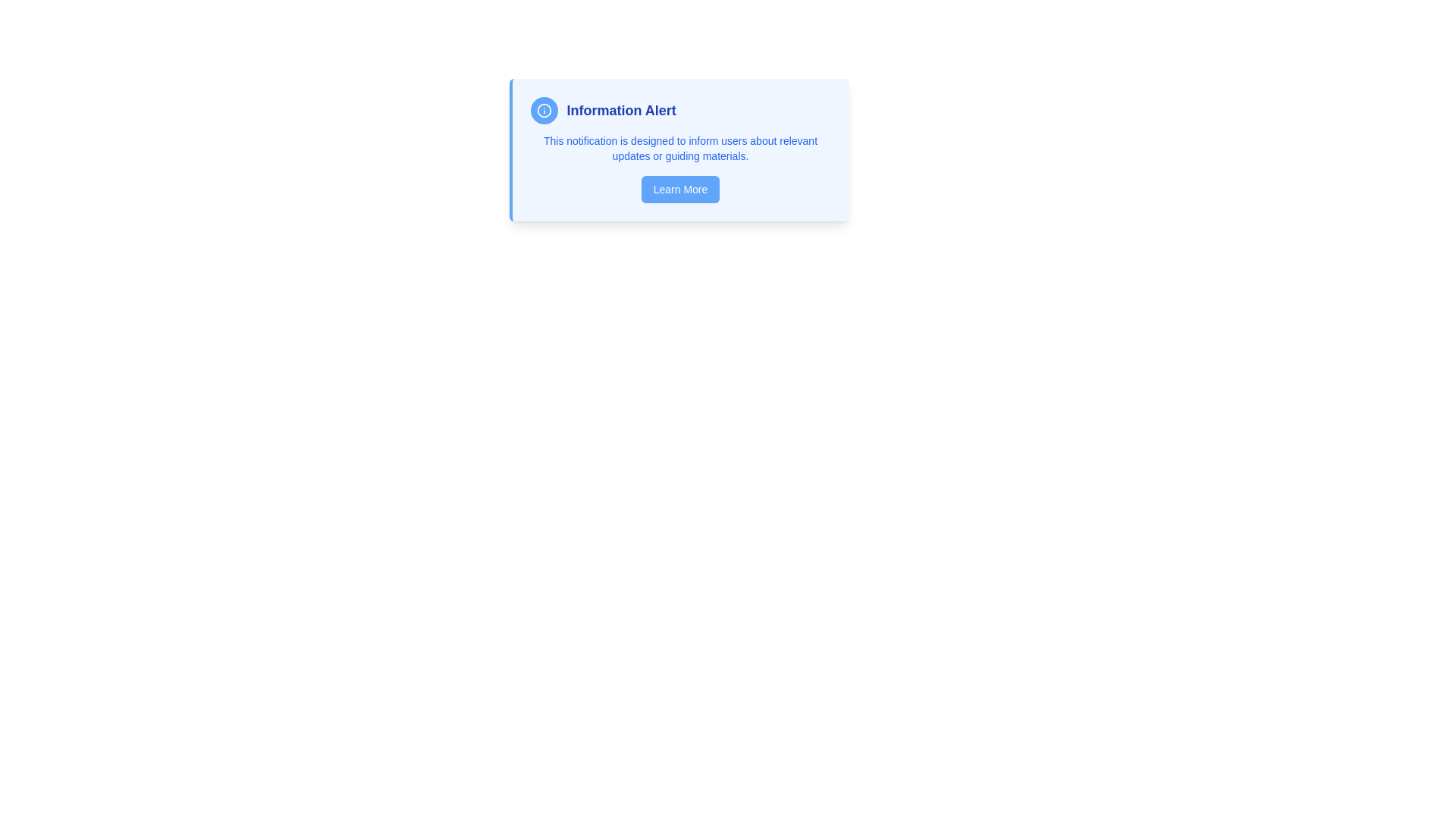 This screenshot has width=1456, height=819. What do you see at coordinates (544, 110) in the screenshot?
I see `the circular blue icon with the white info symbol inside it` at bounding box center [544, 110].